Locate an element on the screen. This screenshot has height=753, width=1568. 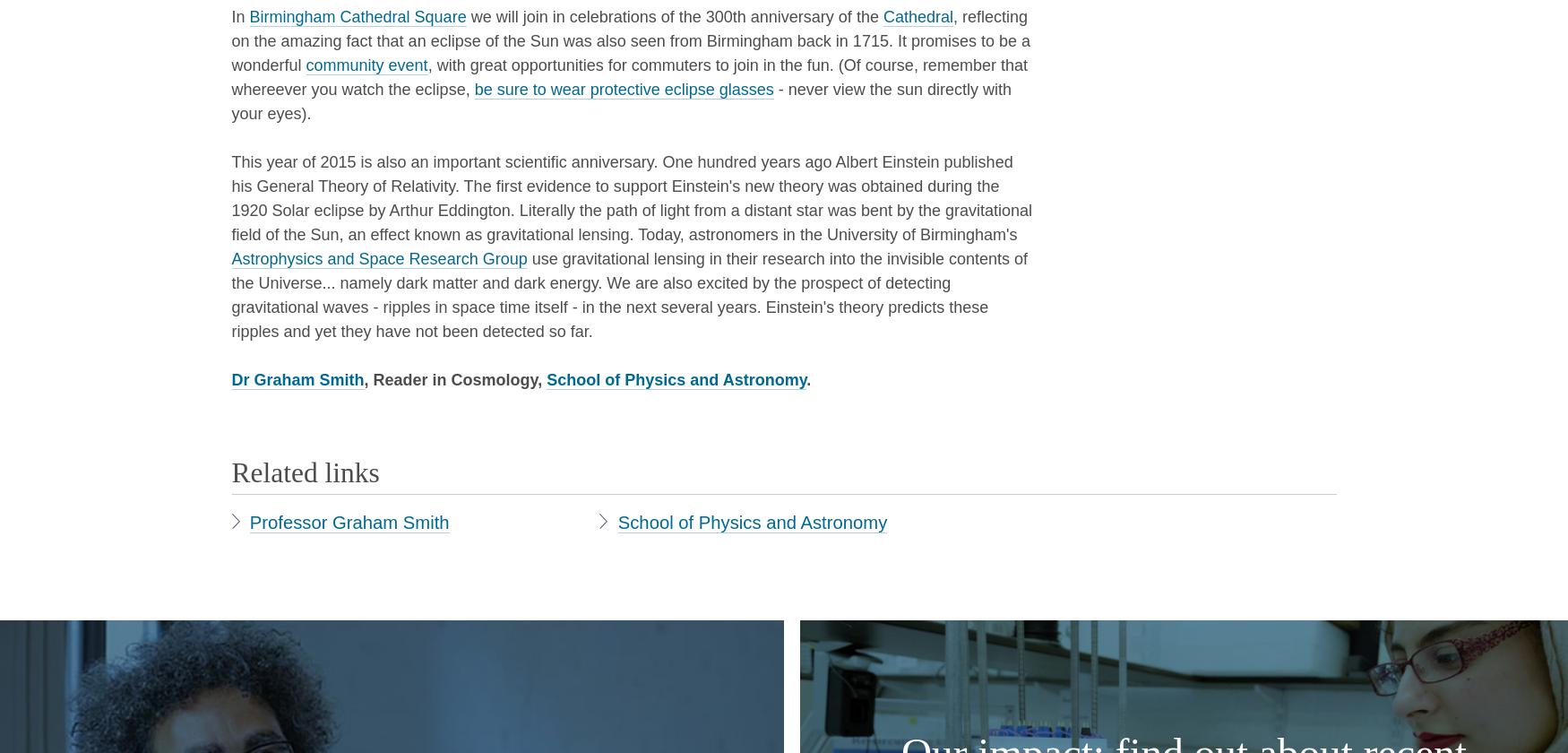
'Dr Graham Smith' is located at coordinates (297, 379).